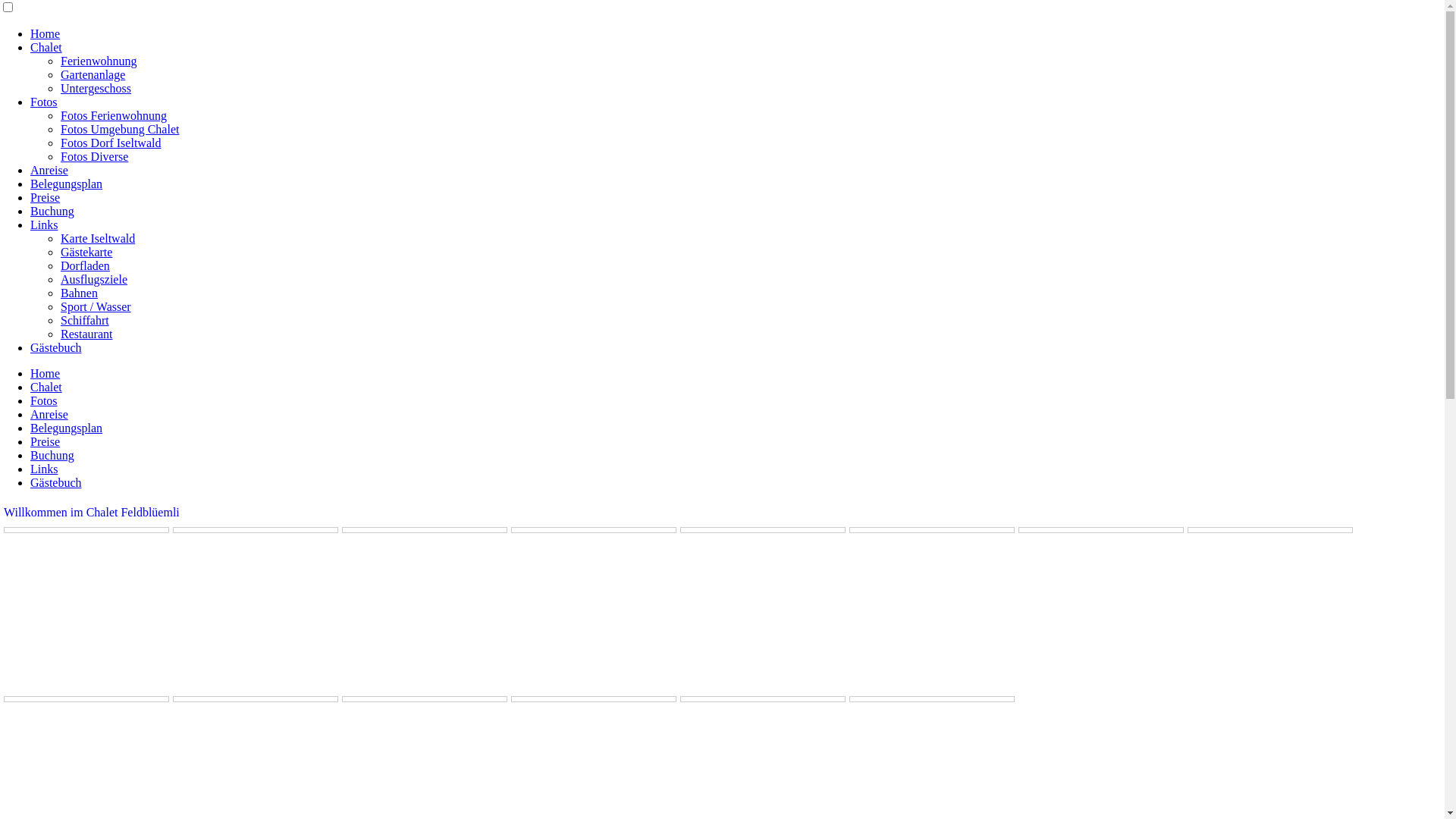 This screenshot has height=819, width=1456. Describe the element at coordinates (83, 319) in the screenshot. I see `'Schiffahrt'` at that location.